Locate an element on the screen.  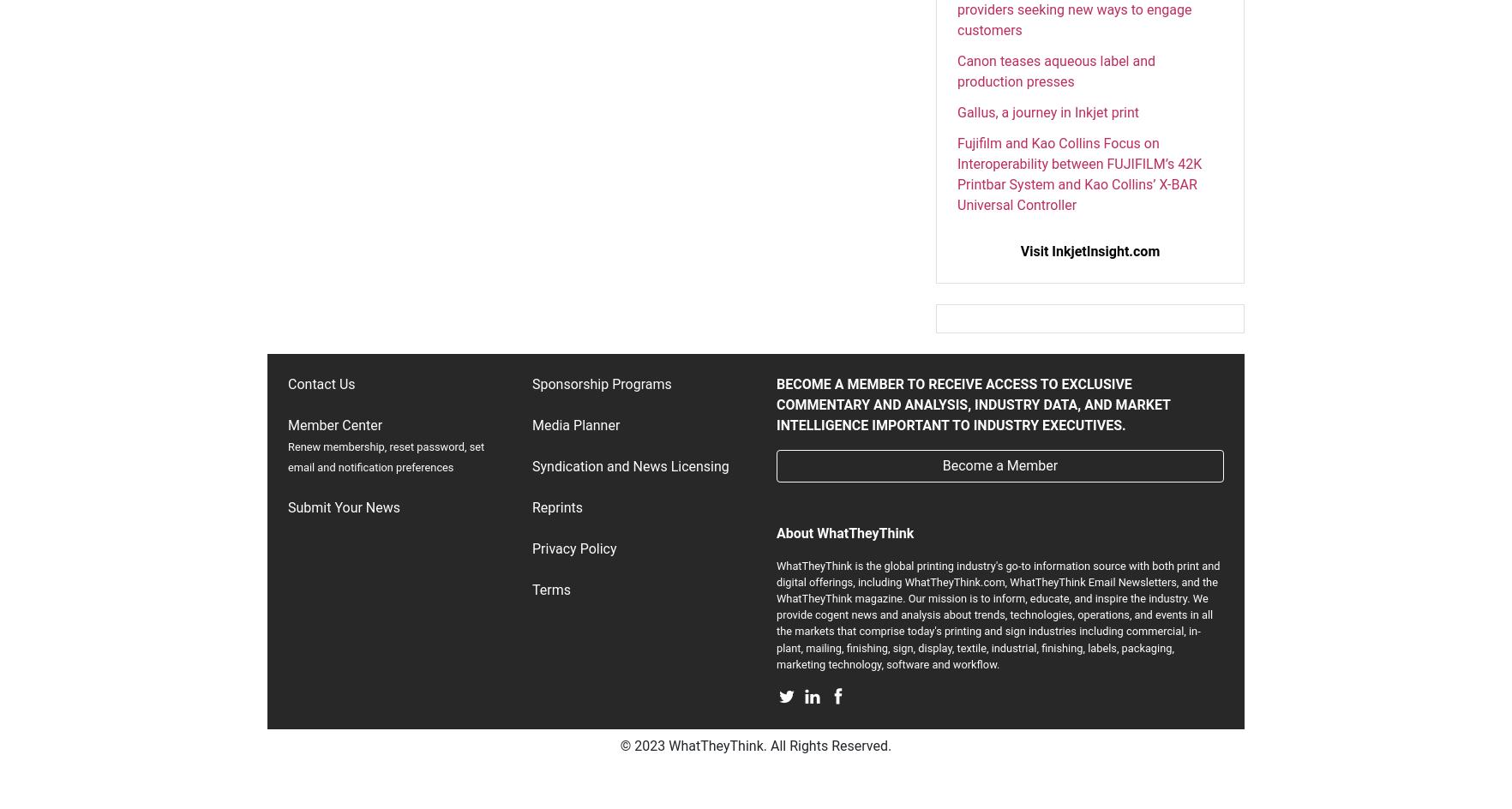
'Privacy Policy' is located at coordinates (573, 548).